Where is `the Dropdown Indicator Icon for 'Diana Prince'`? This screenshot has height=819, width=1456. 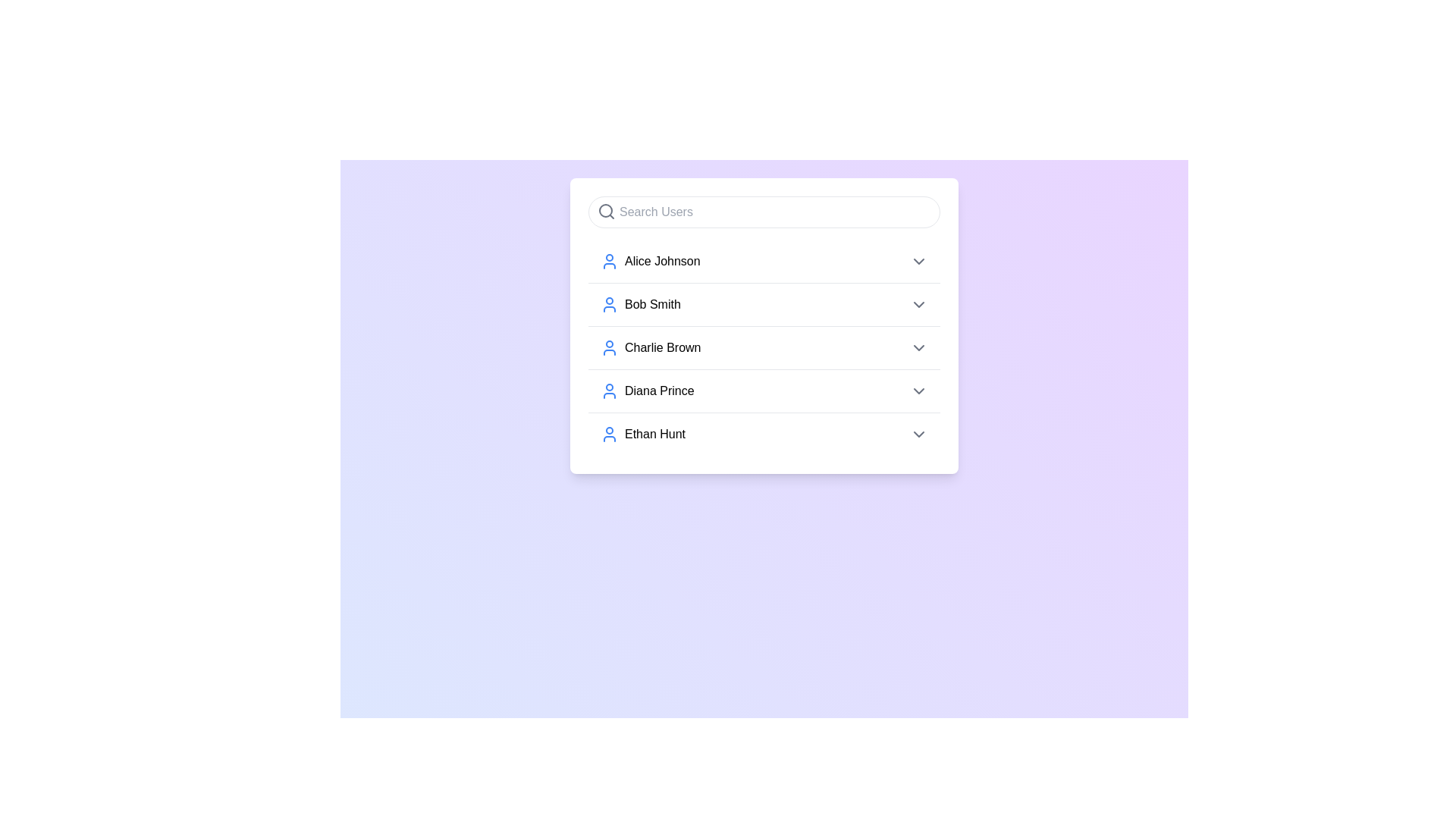 the Dropdown Indicator Icon for 'Diana Prince' is located at coordinates (918, 391).